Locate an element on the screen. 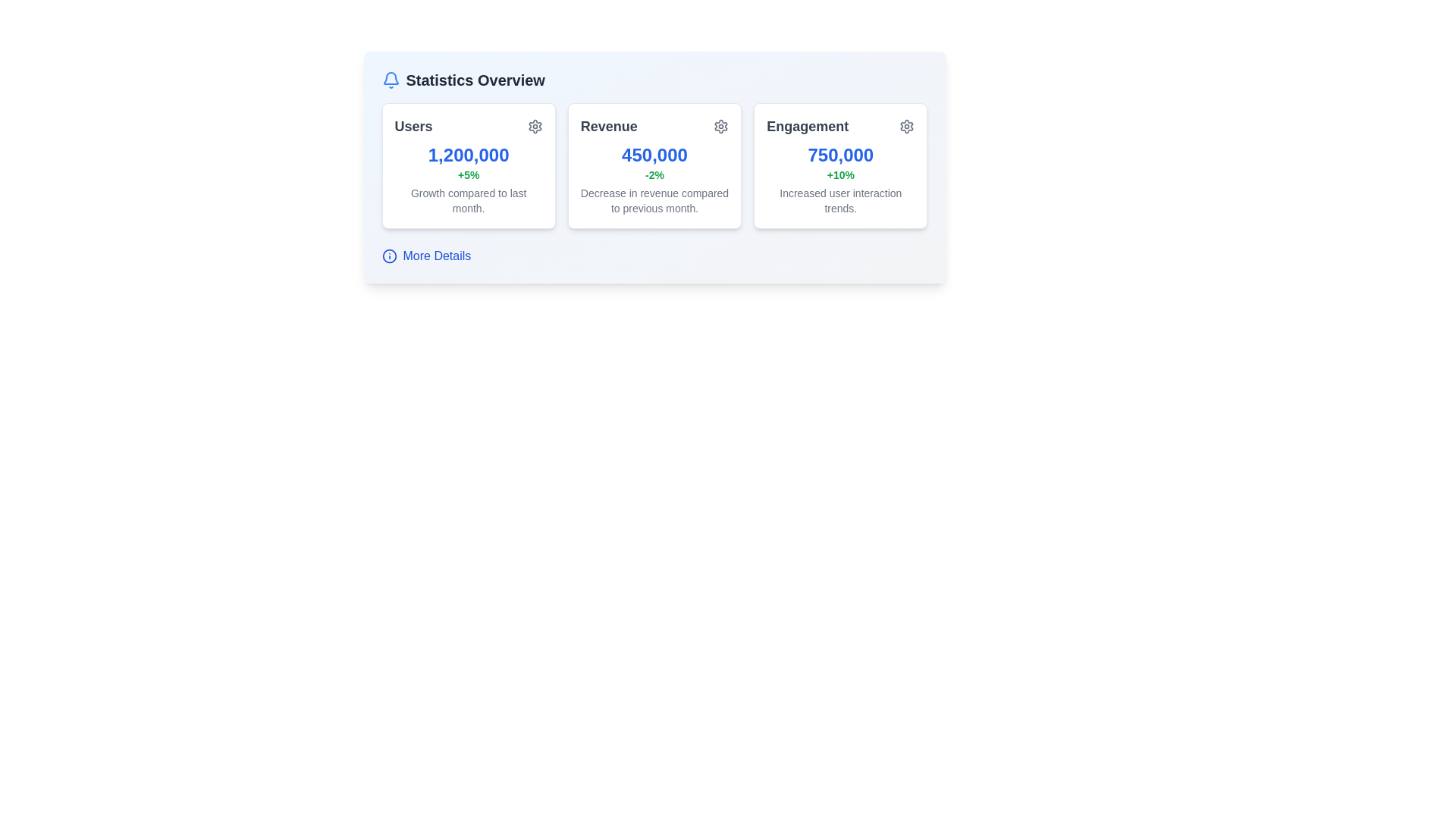 The width and height of the screenshot is (1456, 819). 'Engagement' label located at the top section of the card widget, which is the third card in a horizontal sequence, displaying bold dark gray text is located at coordinates (839, 125).